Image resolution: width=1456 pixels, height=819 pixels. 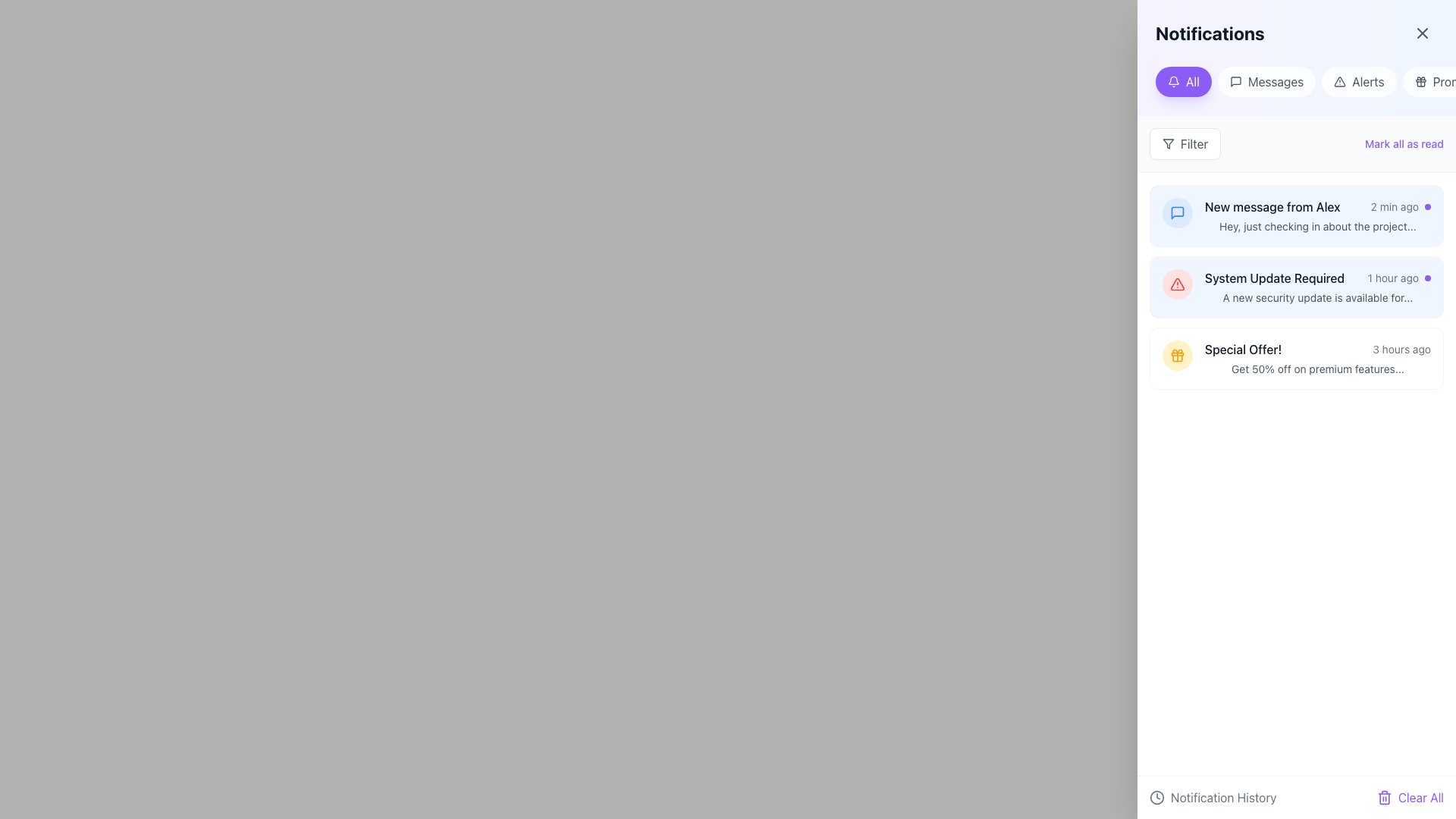 What do you see at coordinates (1420, 82) in the screenshot?
I see `the gift icon, which is a stylized present box with a ribbon, located at the top-right corner of the Notifications panel, preceding the textual label 'Promotions'` at bounding box center [1420, 82].